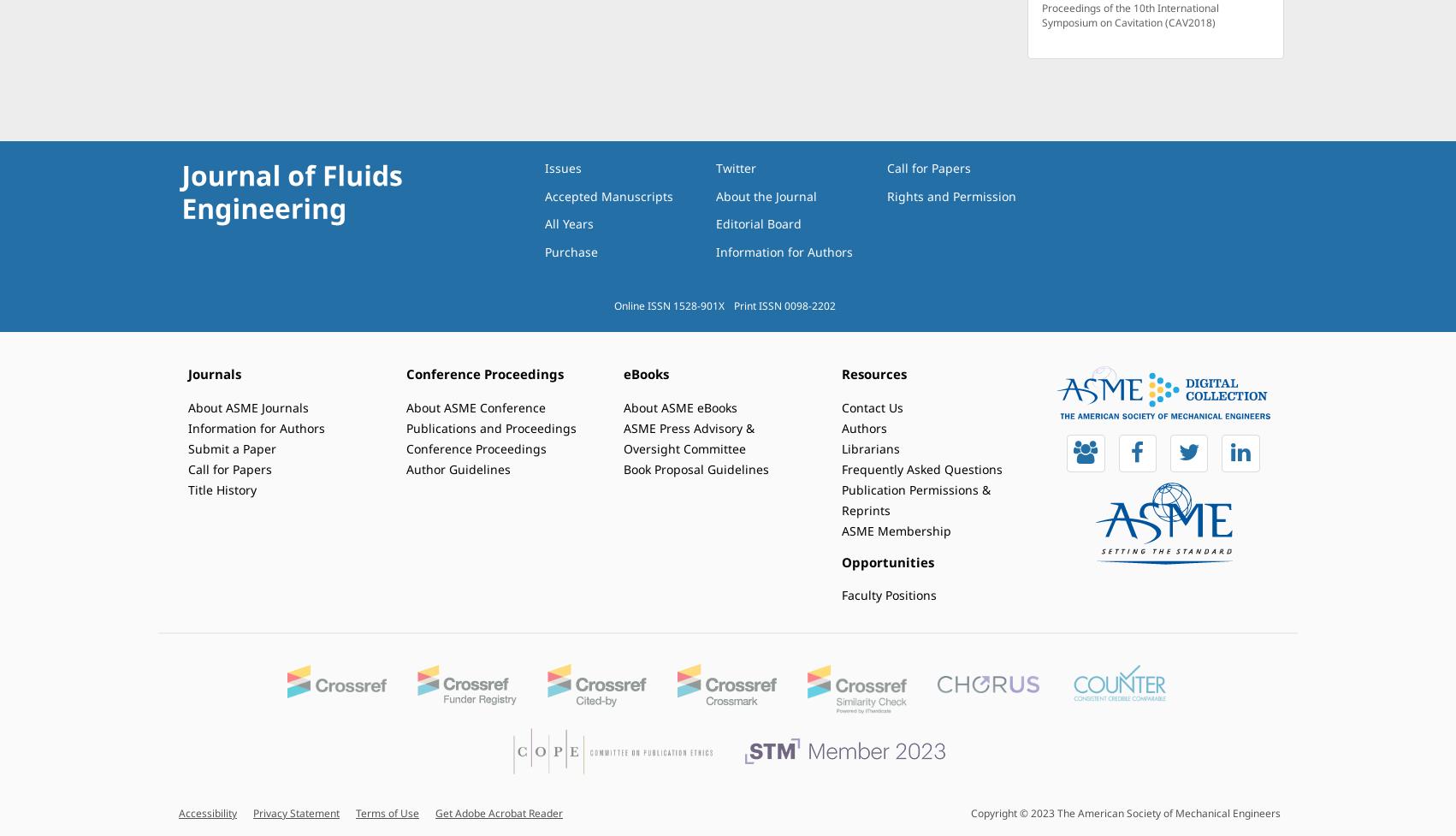 This screenshot has height=836, width=1456. Describe the element at coordinates (214, 374) in the screenshot. I see `'Journals'` at that location.